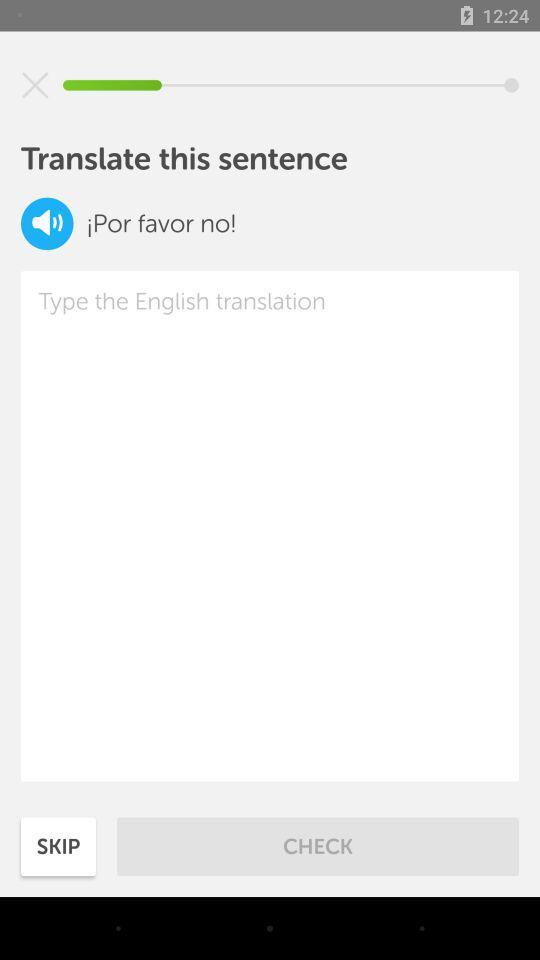 The width and height of the screenshot is (540, 960). Describe the element at coordinates (318, 845) in the screenshot. I see `the item next to the skip` at that location.